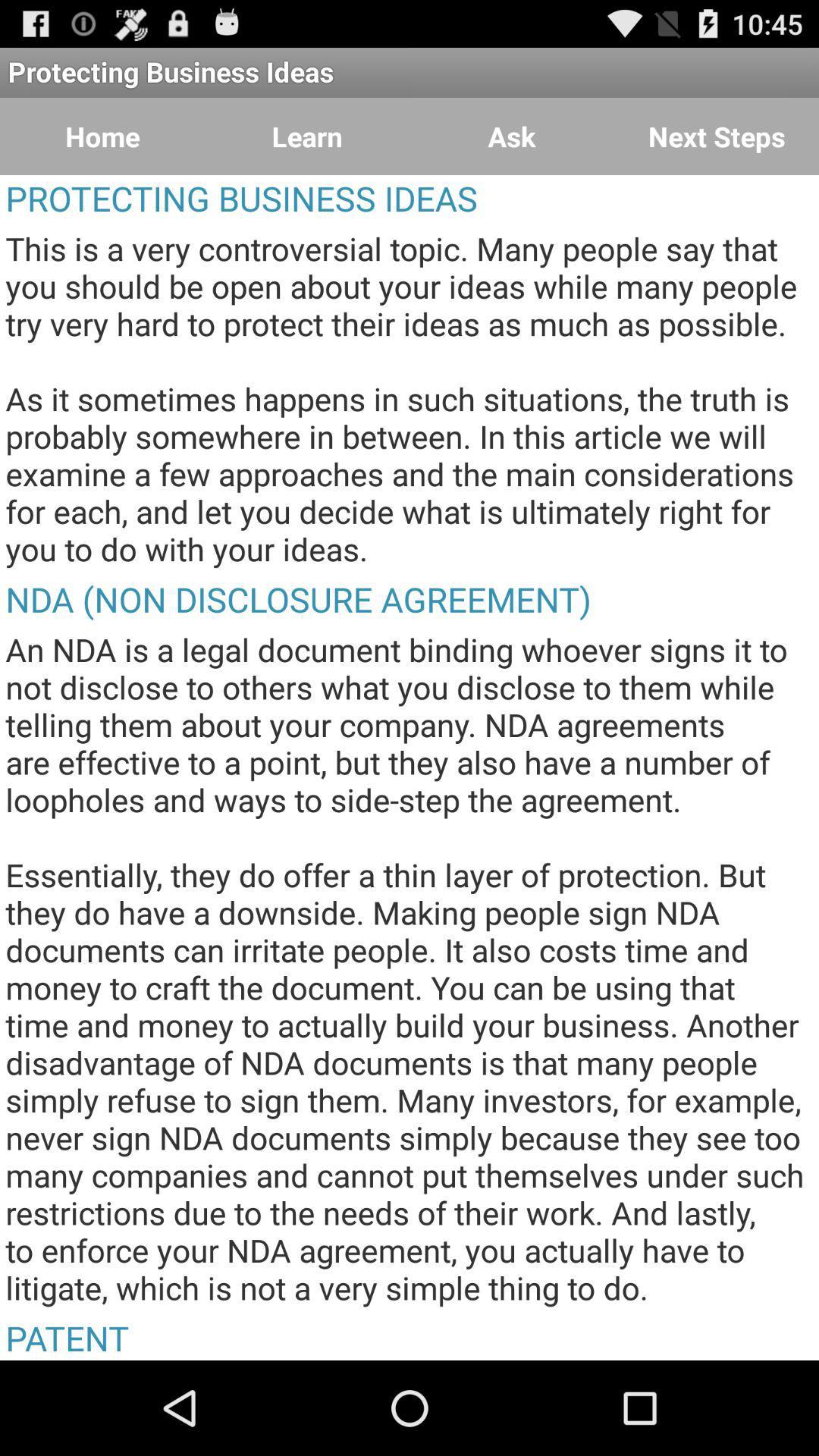  Describe the element at coordinates (102, 136) in the screenshot. I see `the item below the protecting business ideas app` at that location.